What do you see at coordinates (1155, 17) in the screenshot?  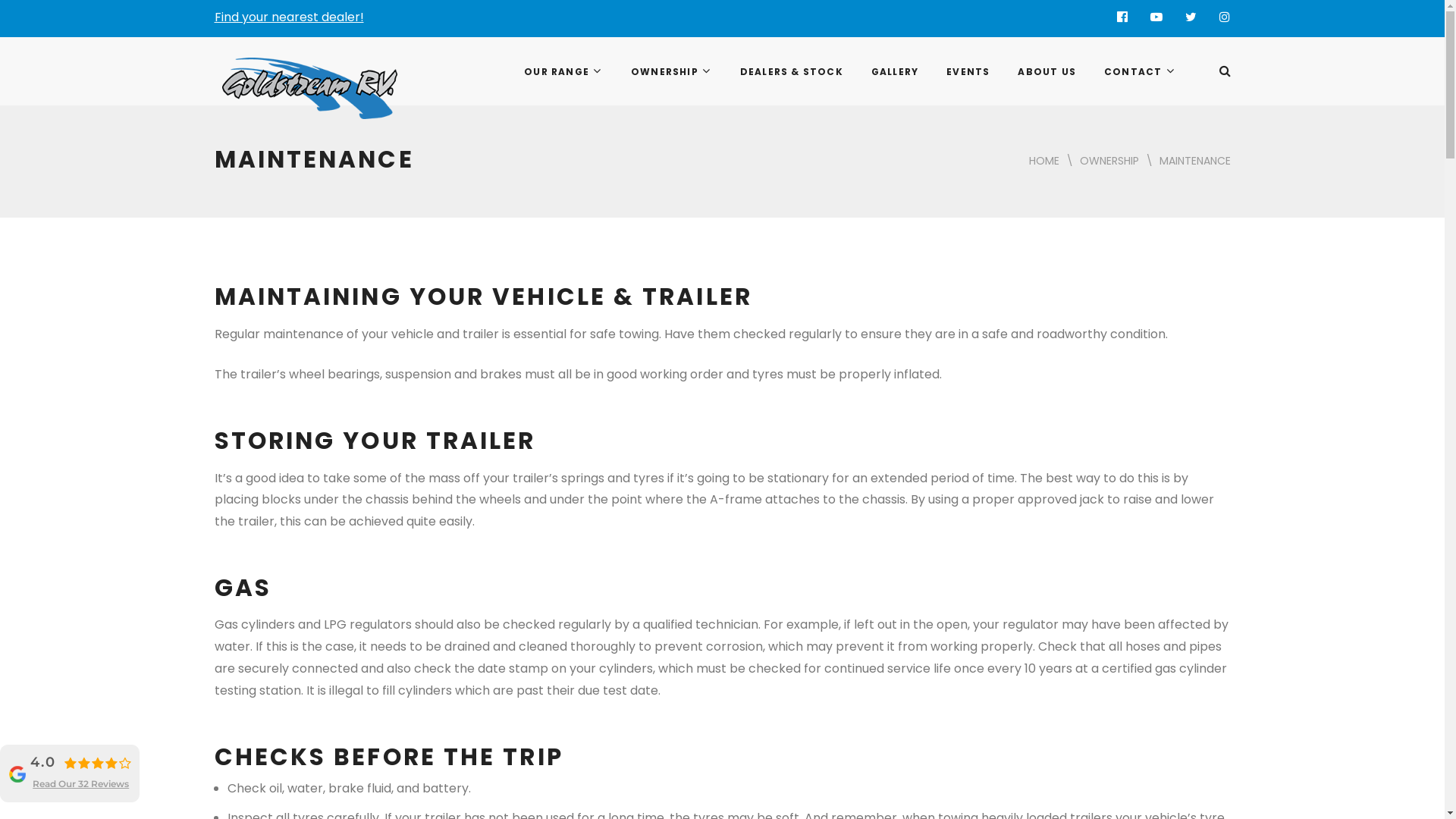 I see `'YouTube'` at bounding box center [1155, 17].